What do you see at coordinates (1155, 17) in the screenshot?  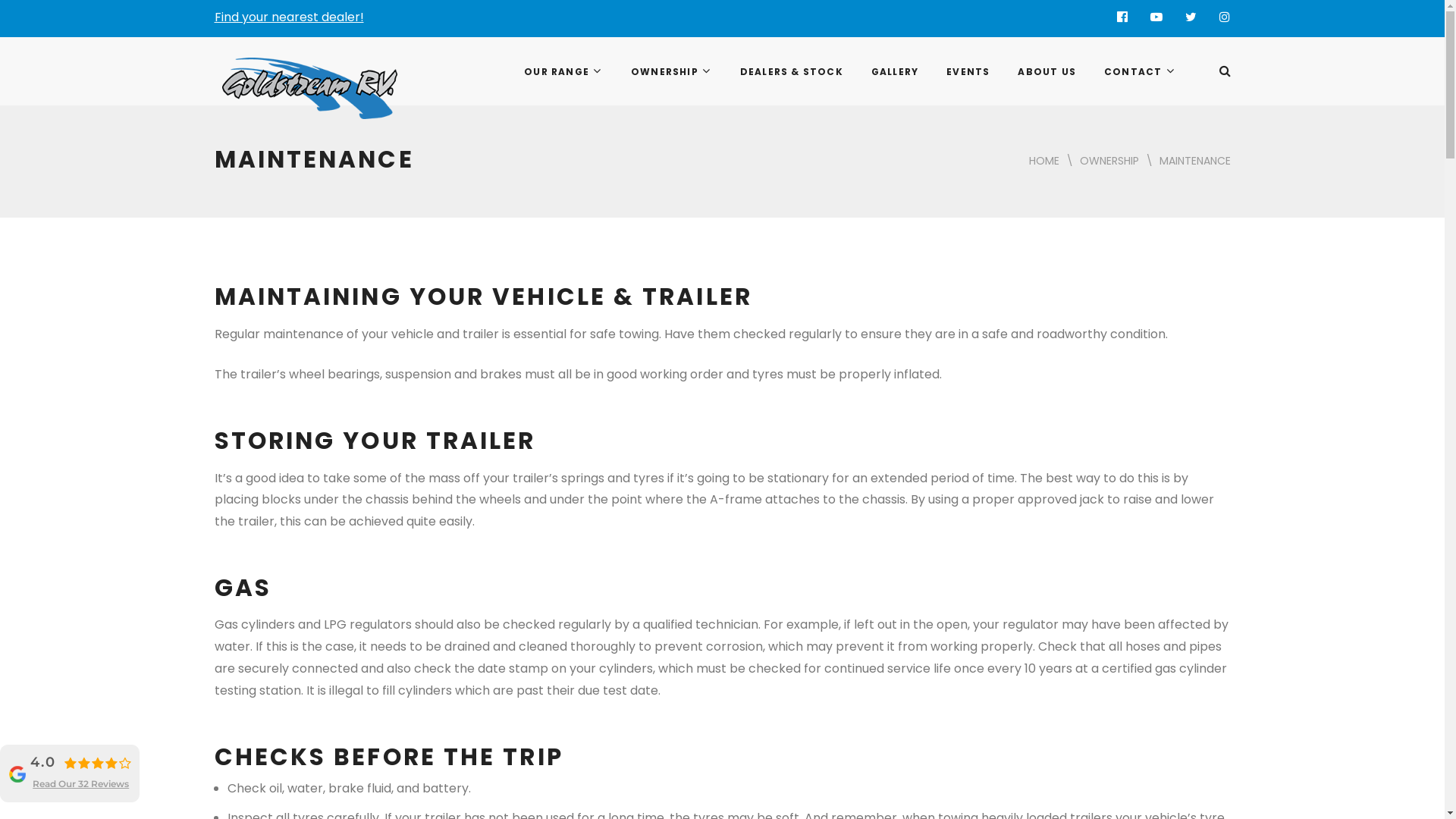 I see `'YouTube'` at bounding box center [1155, 17].